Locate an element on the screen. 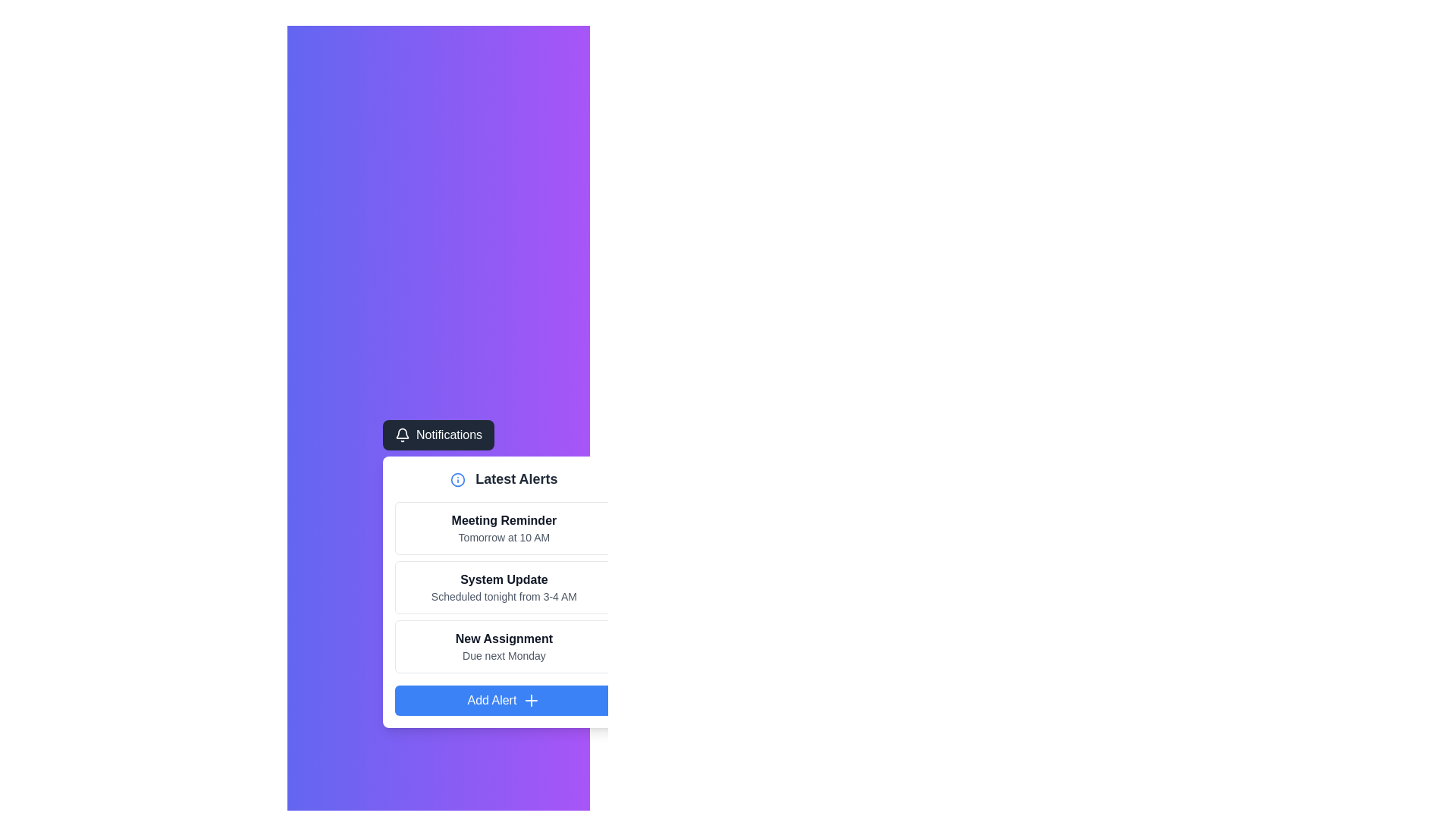 The width and height of the screenshot is (1456, 819). the third notification card in the notification panel, which informs the user about a new assignment and its due date is located at coordinates (504, 646).